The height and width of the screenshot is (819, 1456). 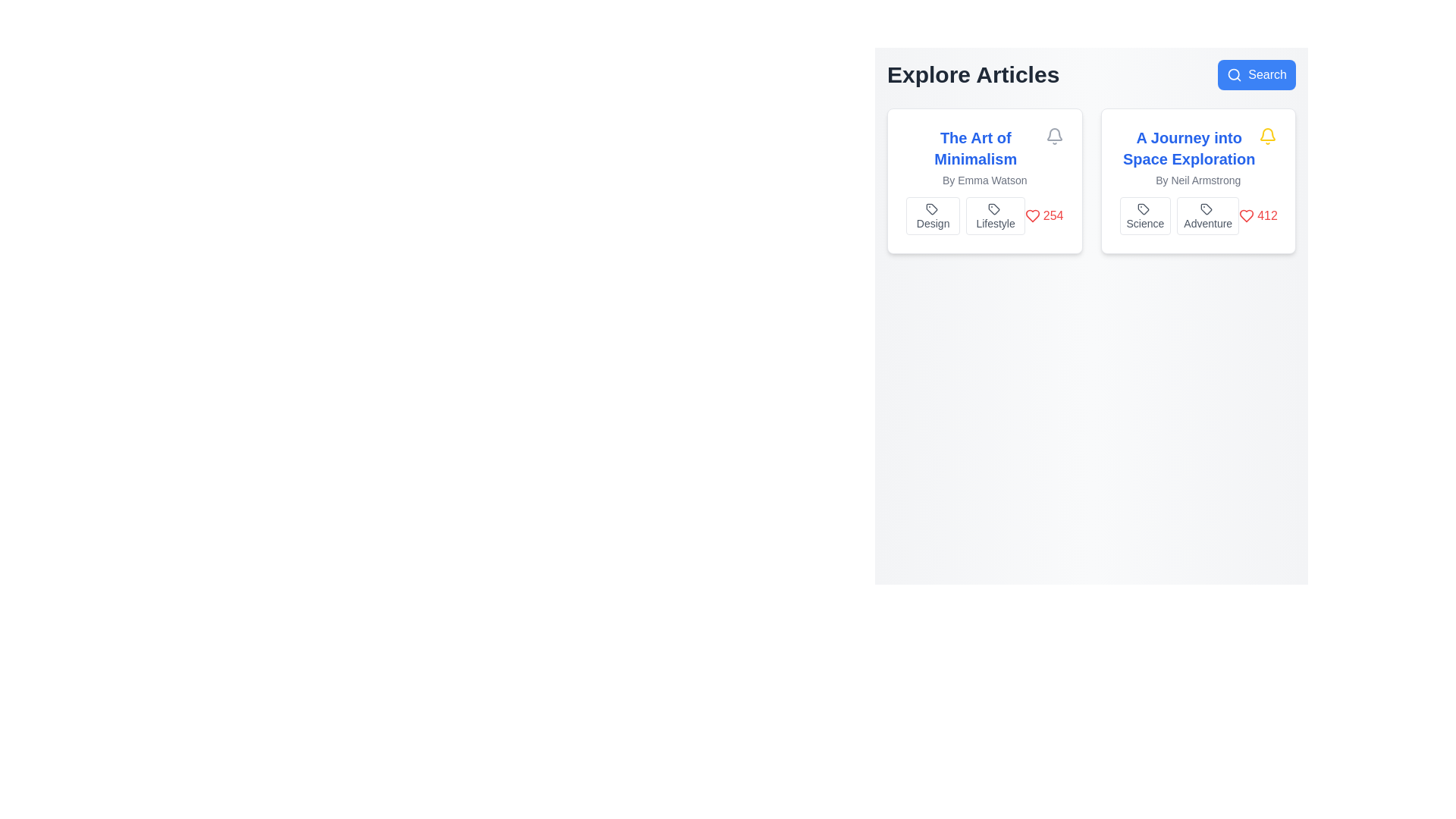 I want to click on the tag label with icon that provides additional metadata for the article 'The Art of Minimalism', positioned as the second item in the horizontal list of labels, following the 'Design' label, so click(x=984, y=216).